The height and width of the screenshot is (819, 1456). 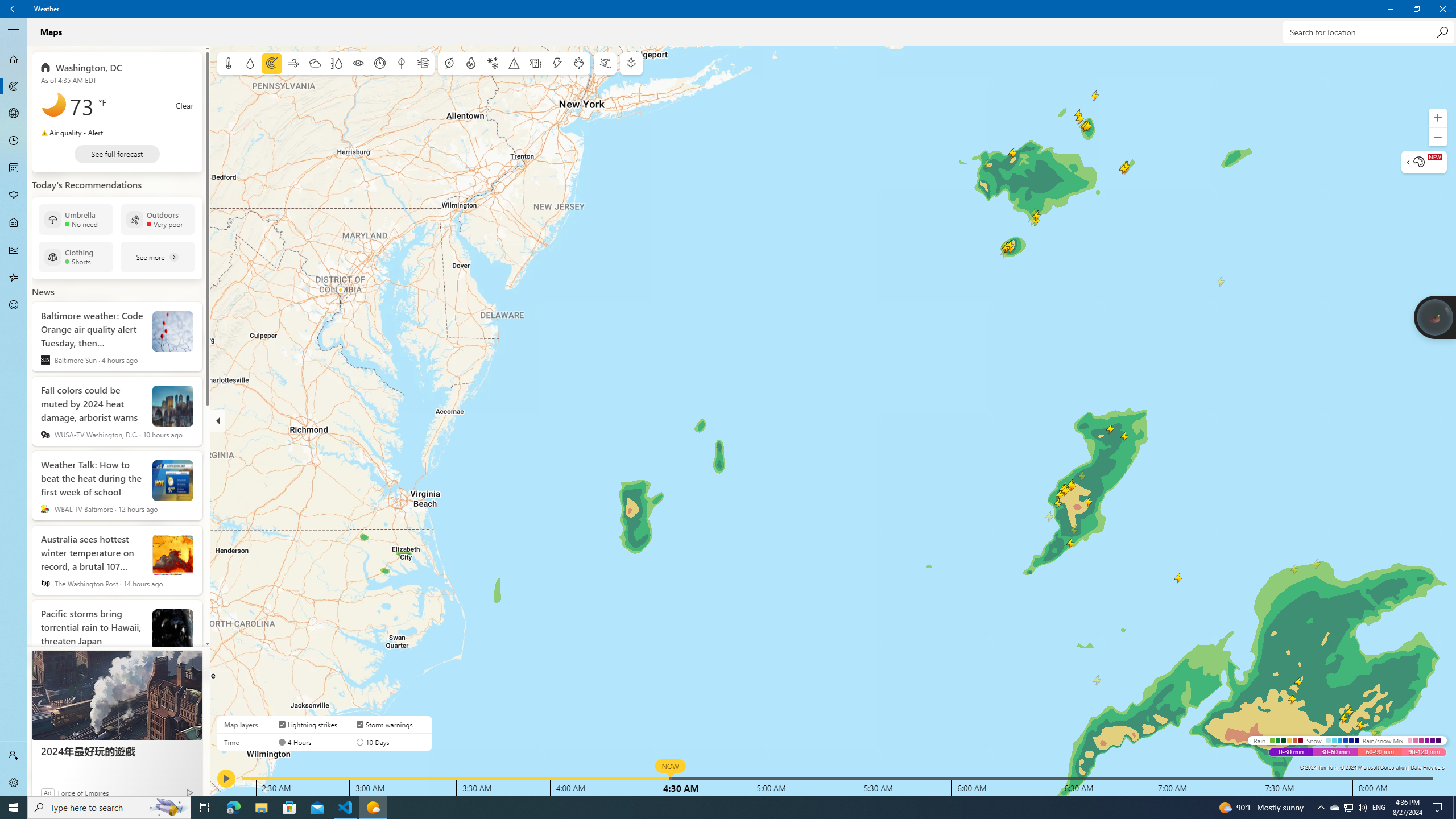 I want to click on 'Collapse Navigation', so click(x=14, y=31).